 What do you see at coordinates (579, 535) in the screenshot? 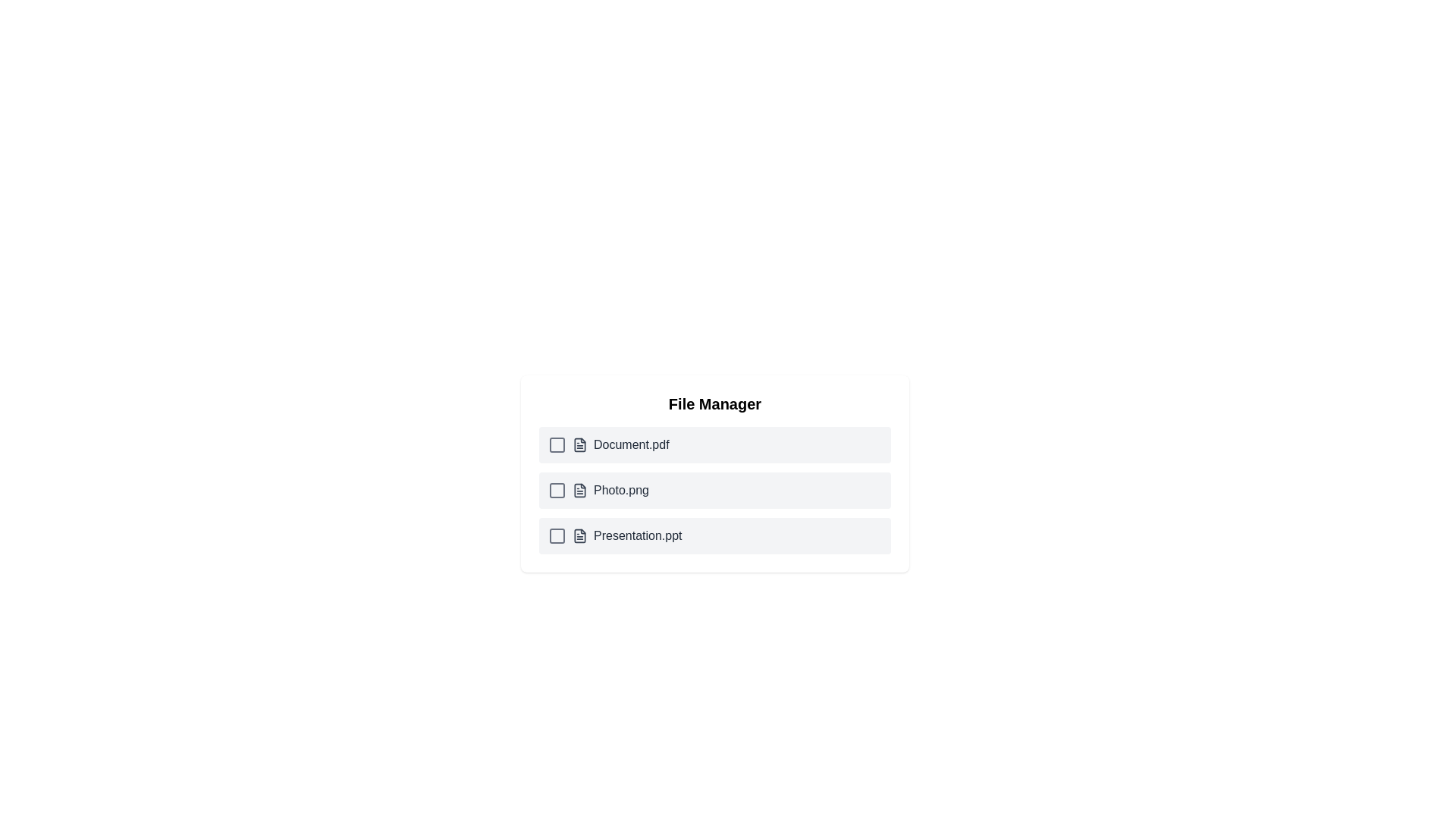
I see `the file icon resembling a document with text lines, which is located to the left of 'Presentation.ppt' in the third row of a file management interface` at bounding box center [579, 535].